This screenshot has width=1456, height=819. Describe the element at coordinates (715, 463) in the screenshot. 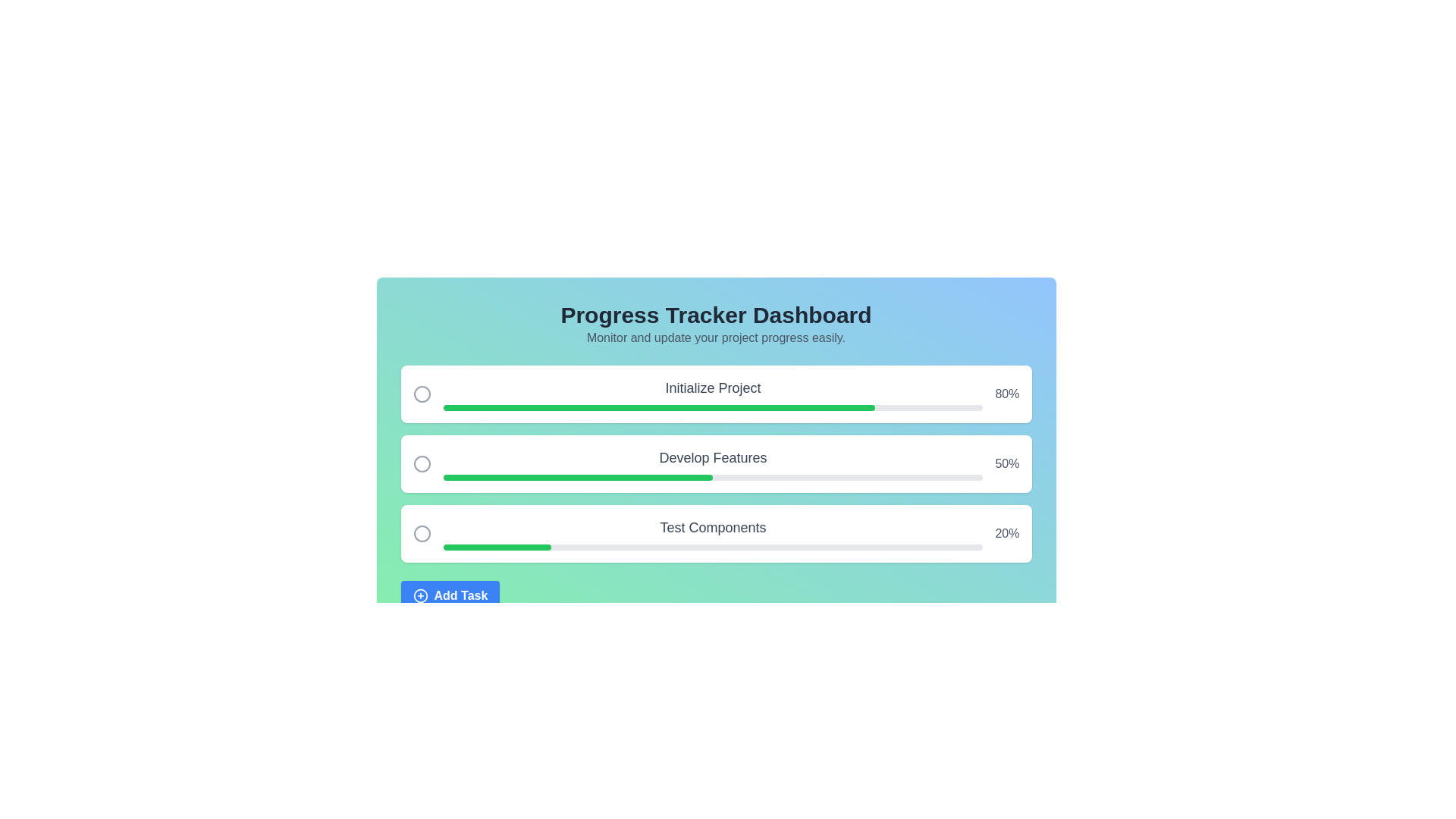

I see `the Progress Tracker component, which consists of three horizontal progress bars with labels indicating task progress percentages, located centrally below the 'Progress Tracker Dashboard' heading` at that location.